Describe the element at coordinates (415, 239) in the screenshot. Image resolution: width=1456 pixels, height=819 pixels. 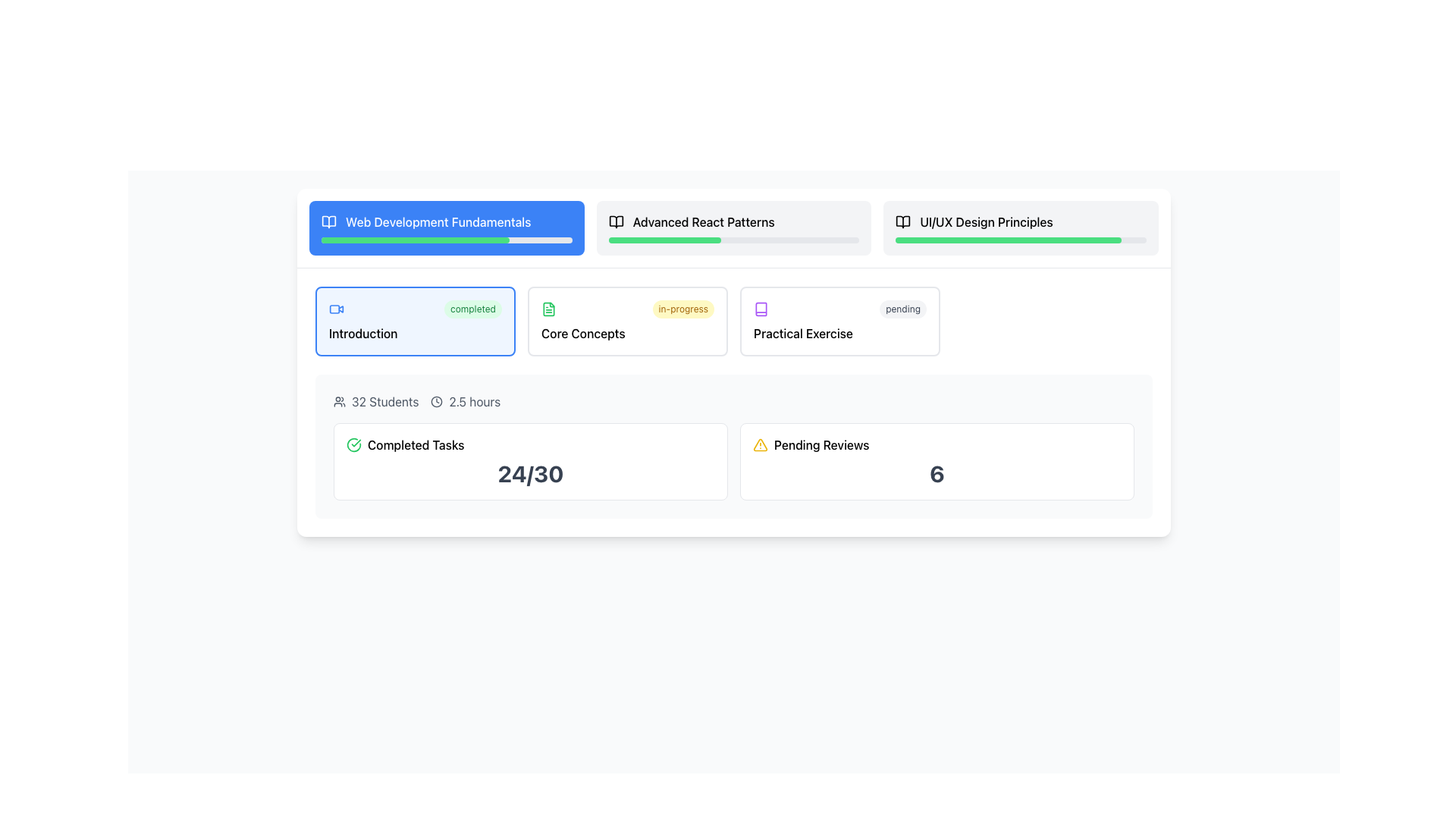
I see `the filled segment of the green horizontal progress bar located beneath the 'Web Development Fundamentals' label` at that location.